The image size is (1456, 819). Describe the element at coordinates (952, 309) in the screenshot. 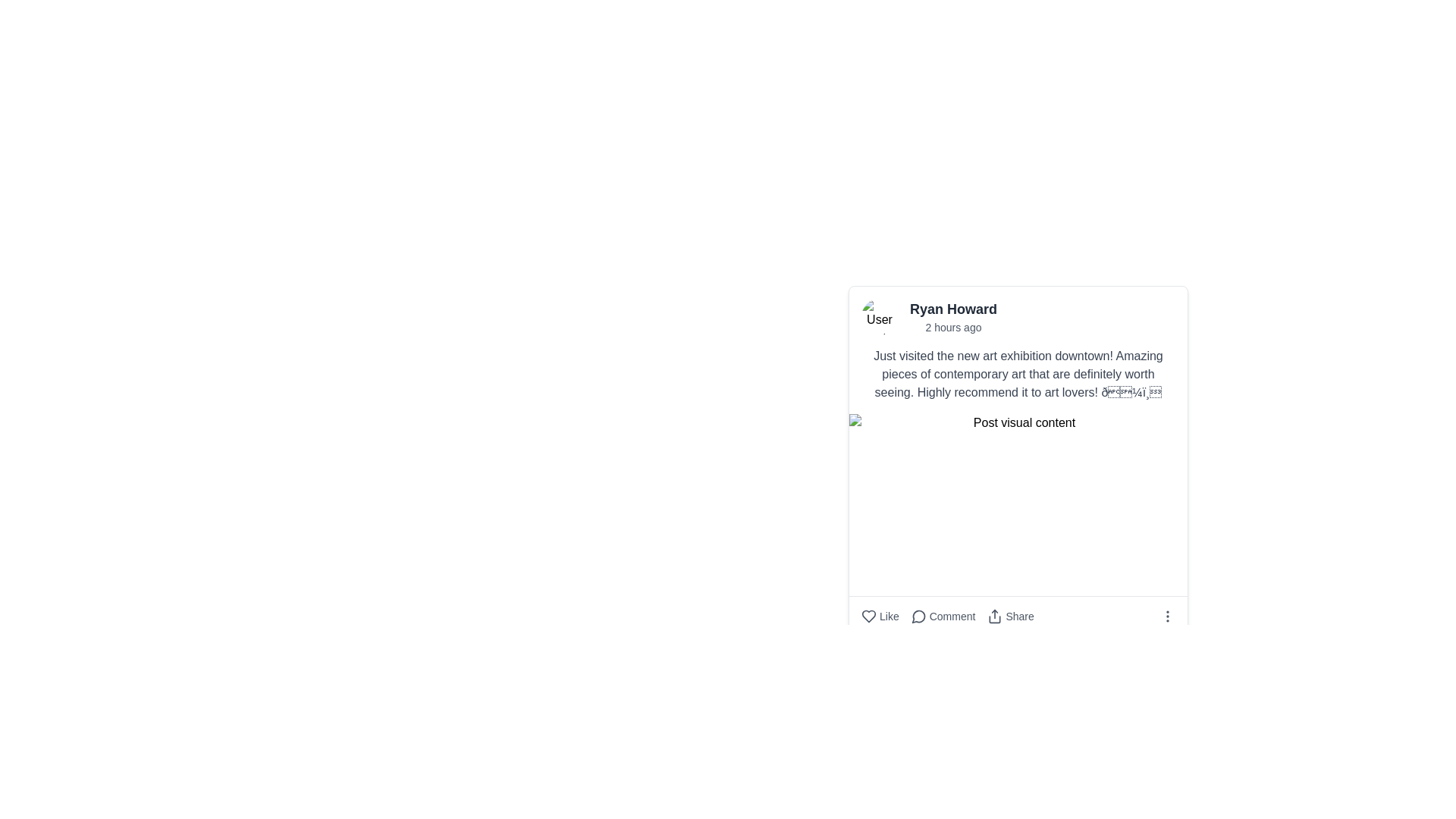

I see `the Text Label displaying 'Ryan Howard'` at that location.